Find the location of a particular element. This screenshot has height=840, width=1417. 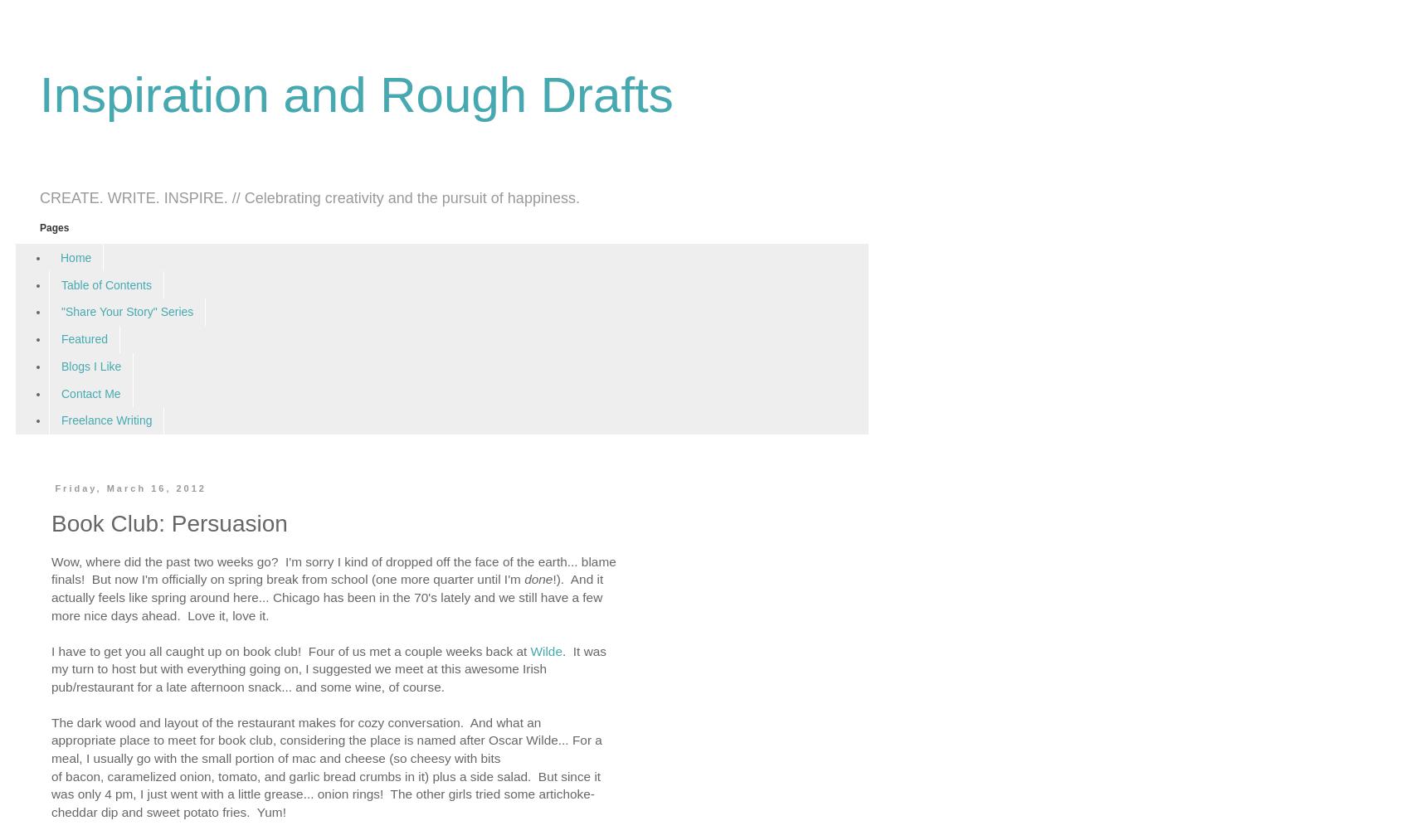

'Home' is located at coordinates (75, 256).